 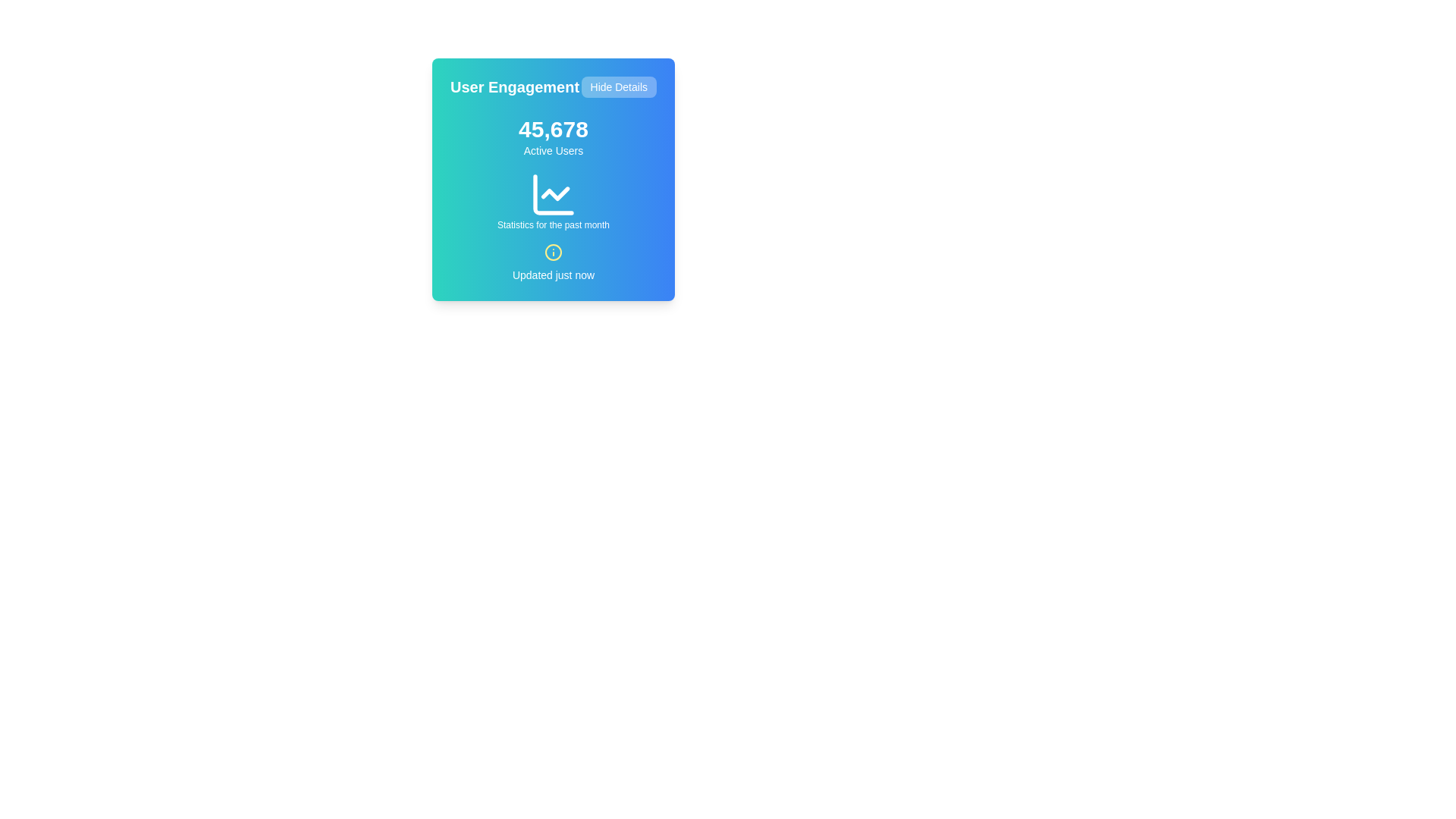 I want to click on the second button located to the right of the 'User Engagement' label in the top-right corner of the blue gradient panel, so click(x=619, y=87).